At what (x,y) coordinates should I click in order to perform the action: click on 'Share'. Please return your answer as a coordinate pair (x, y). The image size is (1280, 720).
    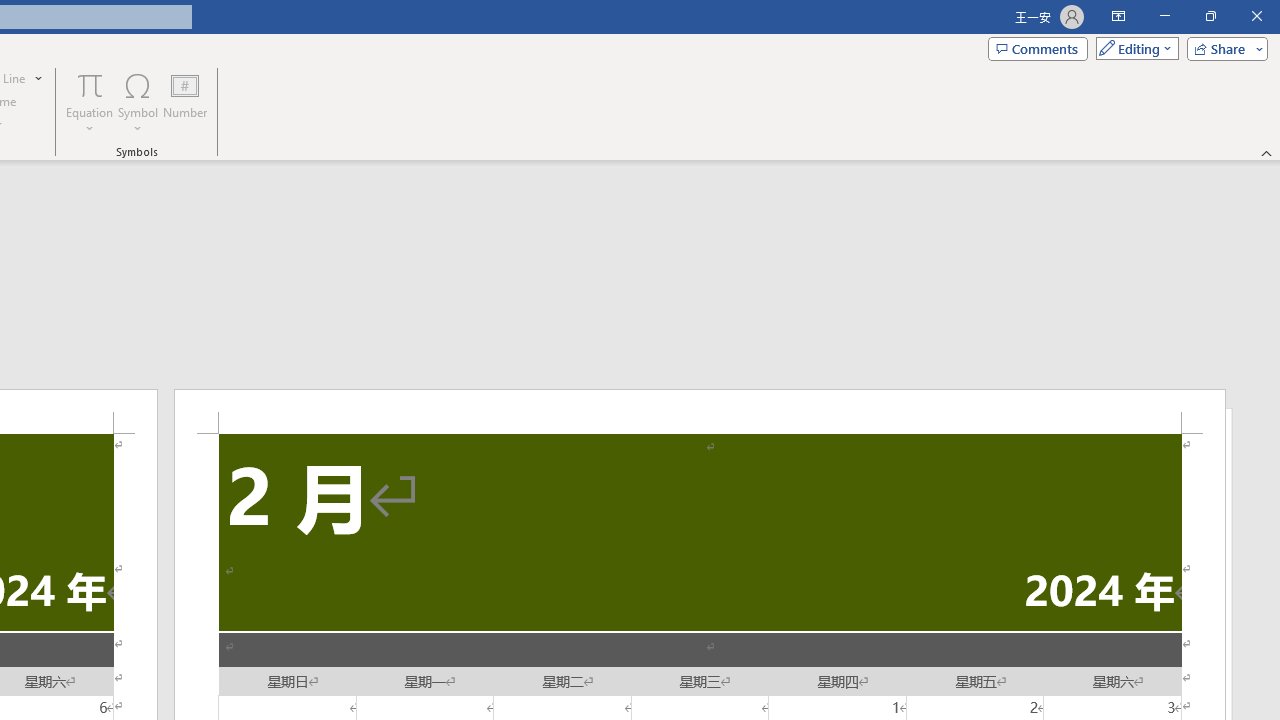
    Looking at the image, I should click on (1222, 47).